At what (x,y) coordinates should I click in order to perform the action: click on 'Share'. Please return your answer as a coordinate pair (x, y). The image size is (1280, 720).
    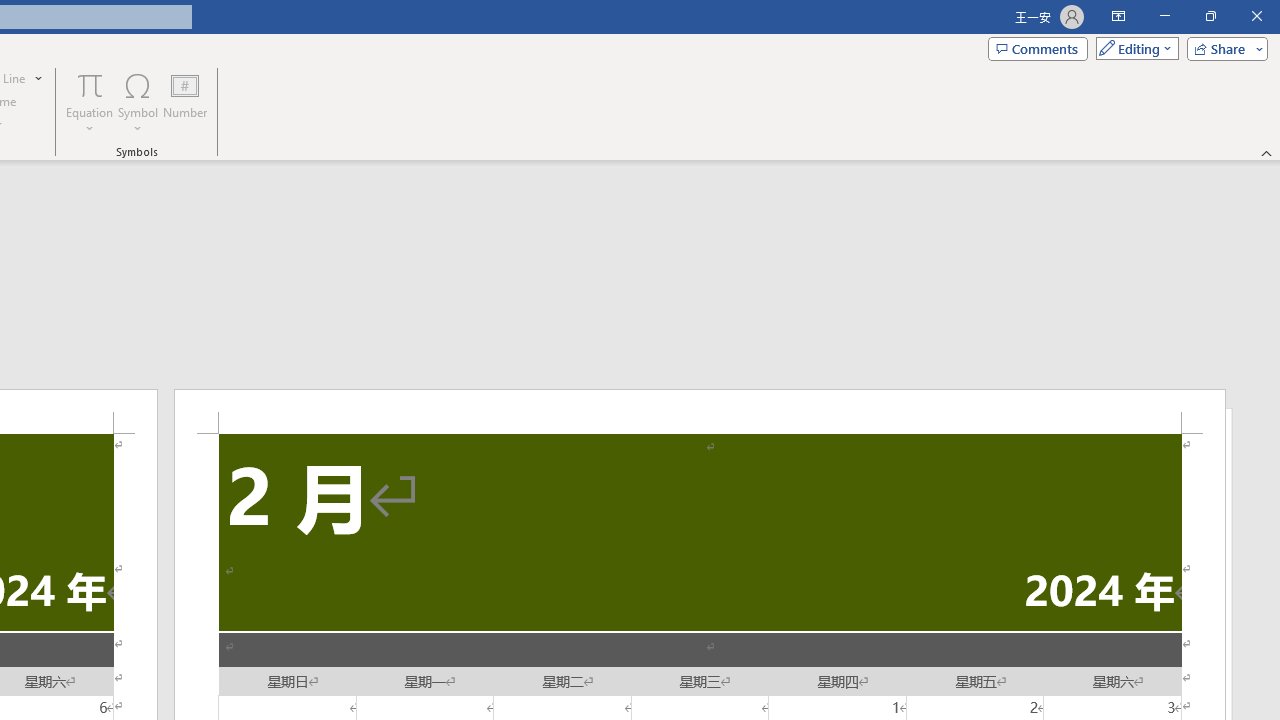
    Looking at the image, I should click on (1222, 47).